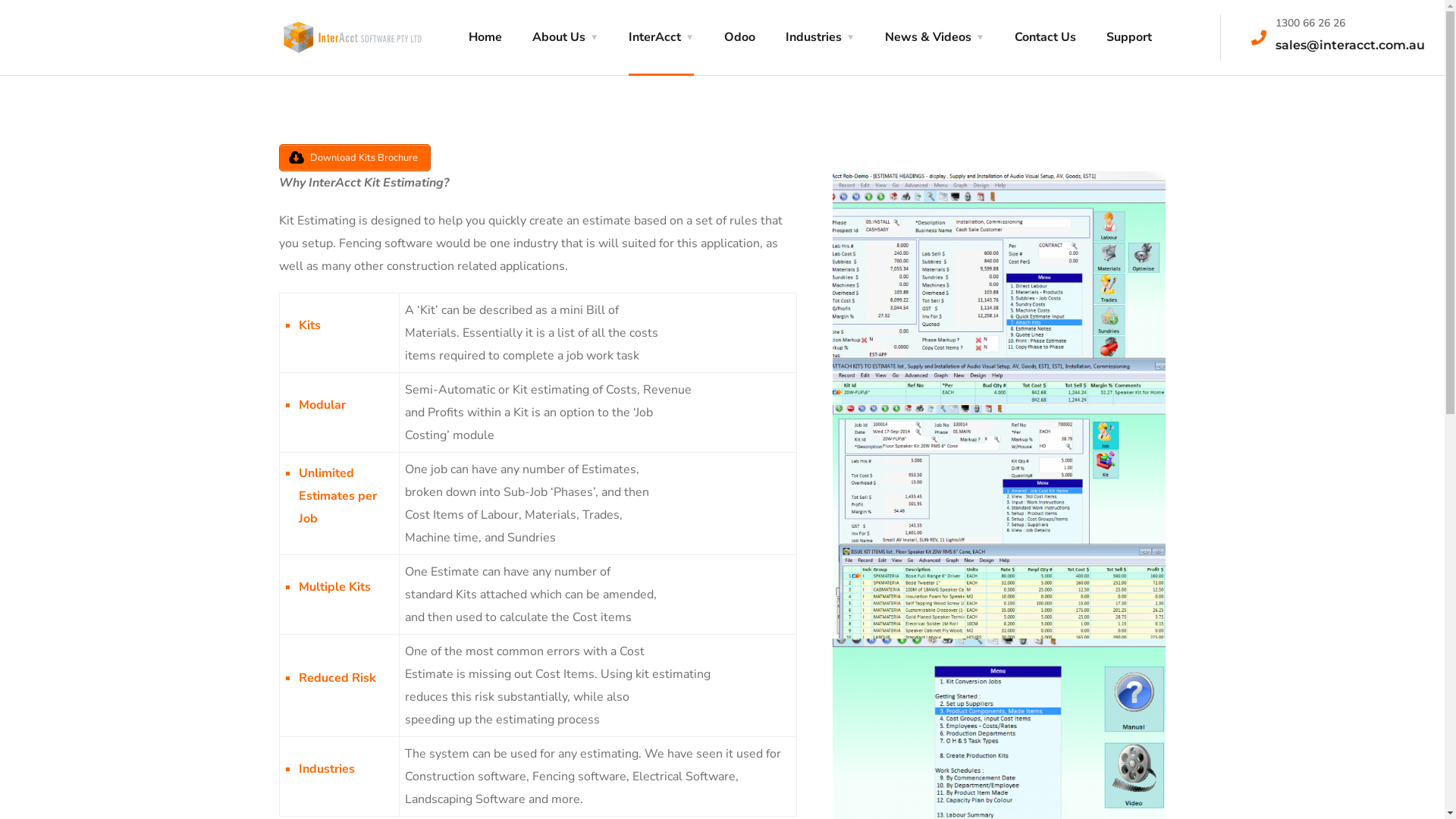 Image resolution: width=1456 pixels, height=819 pixels. I want to click on 'About Us', so click(564, 36).